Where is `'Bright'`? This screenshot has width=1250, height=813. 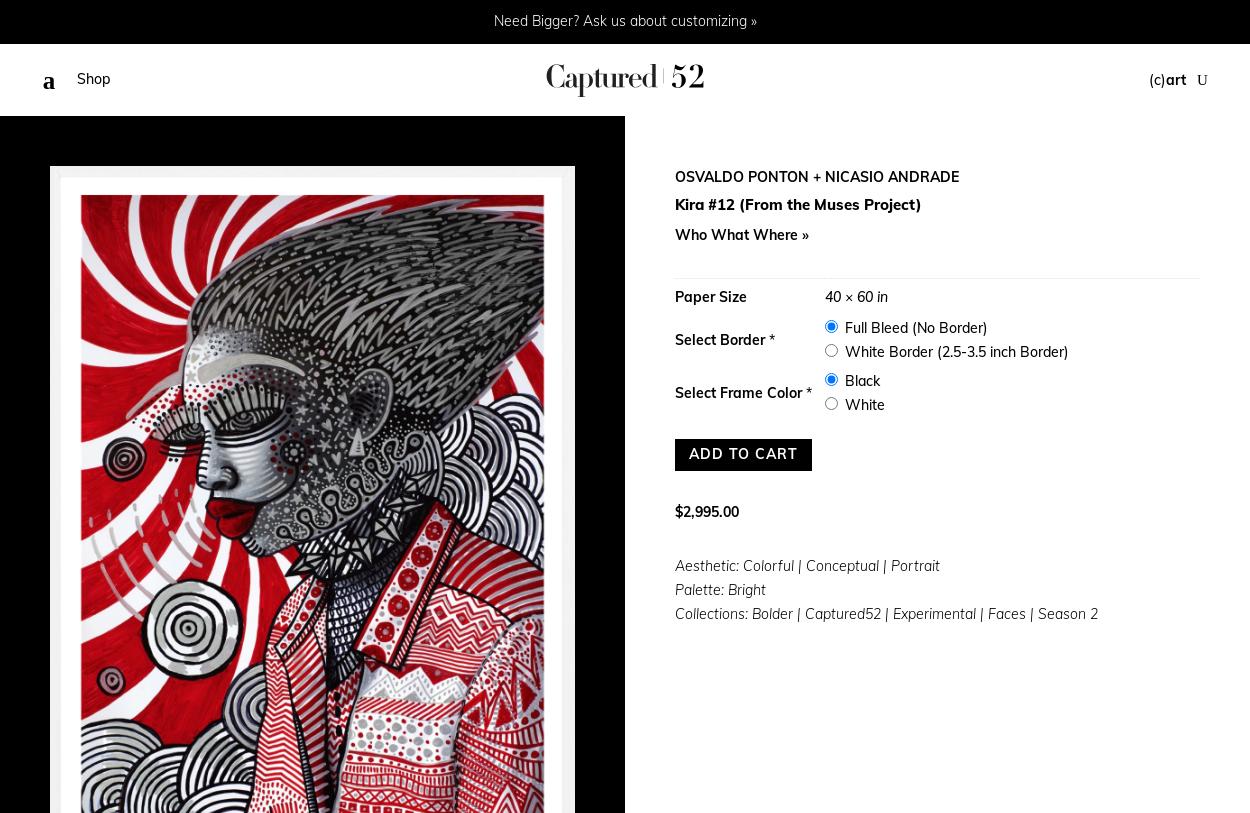
'Bright' is located at coordinates (727, 589).